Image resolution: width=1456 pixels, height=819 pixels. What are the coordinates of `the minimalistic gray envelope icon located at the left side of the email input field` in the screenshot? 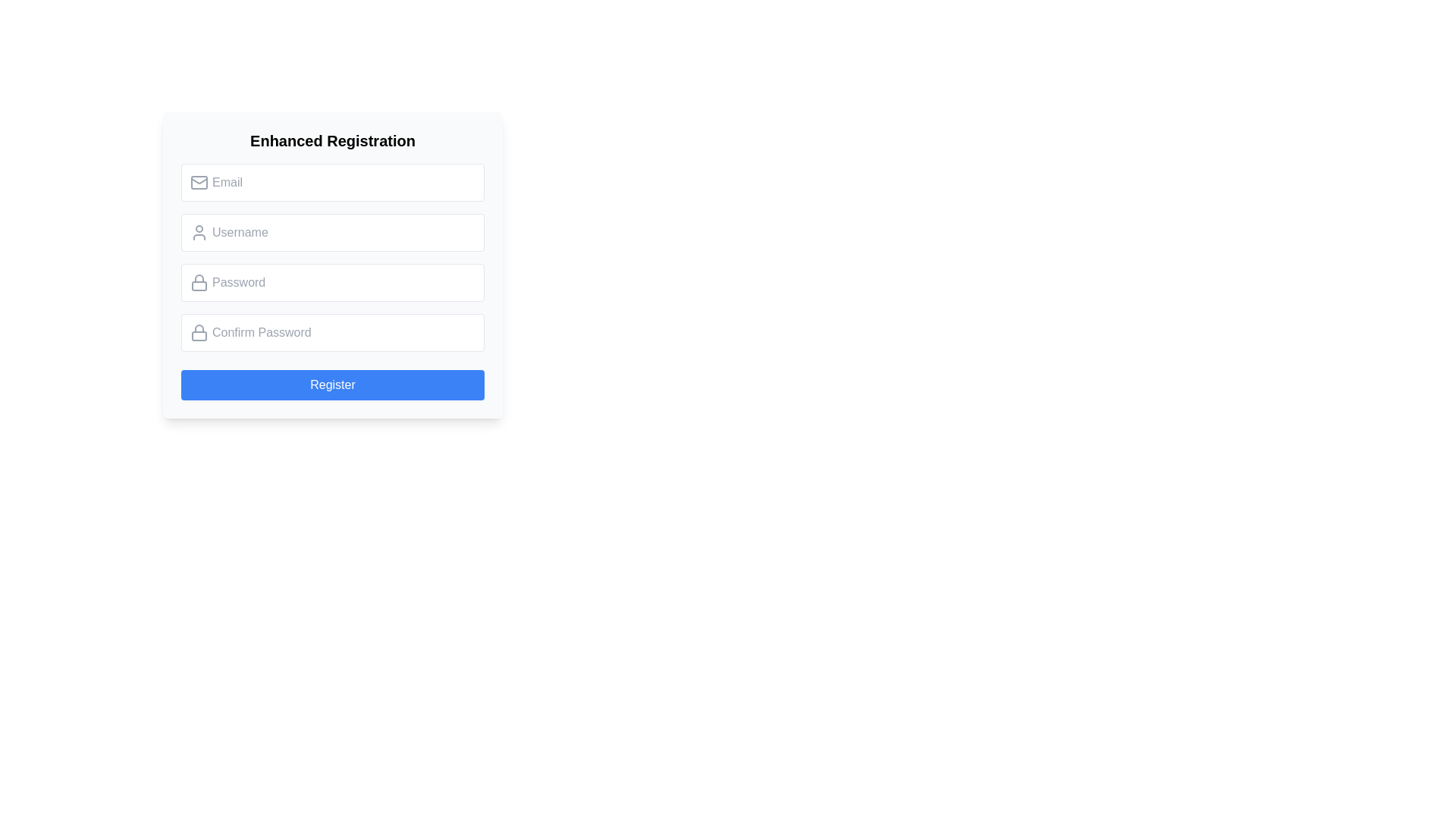 It's located at (199, 181).